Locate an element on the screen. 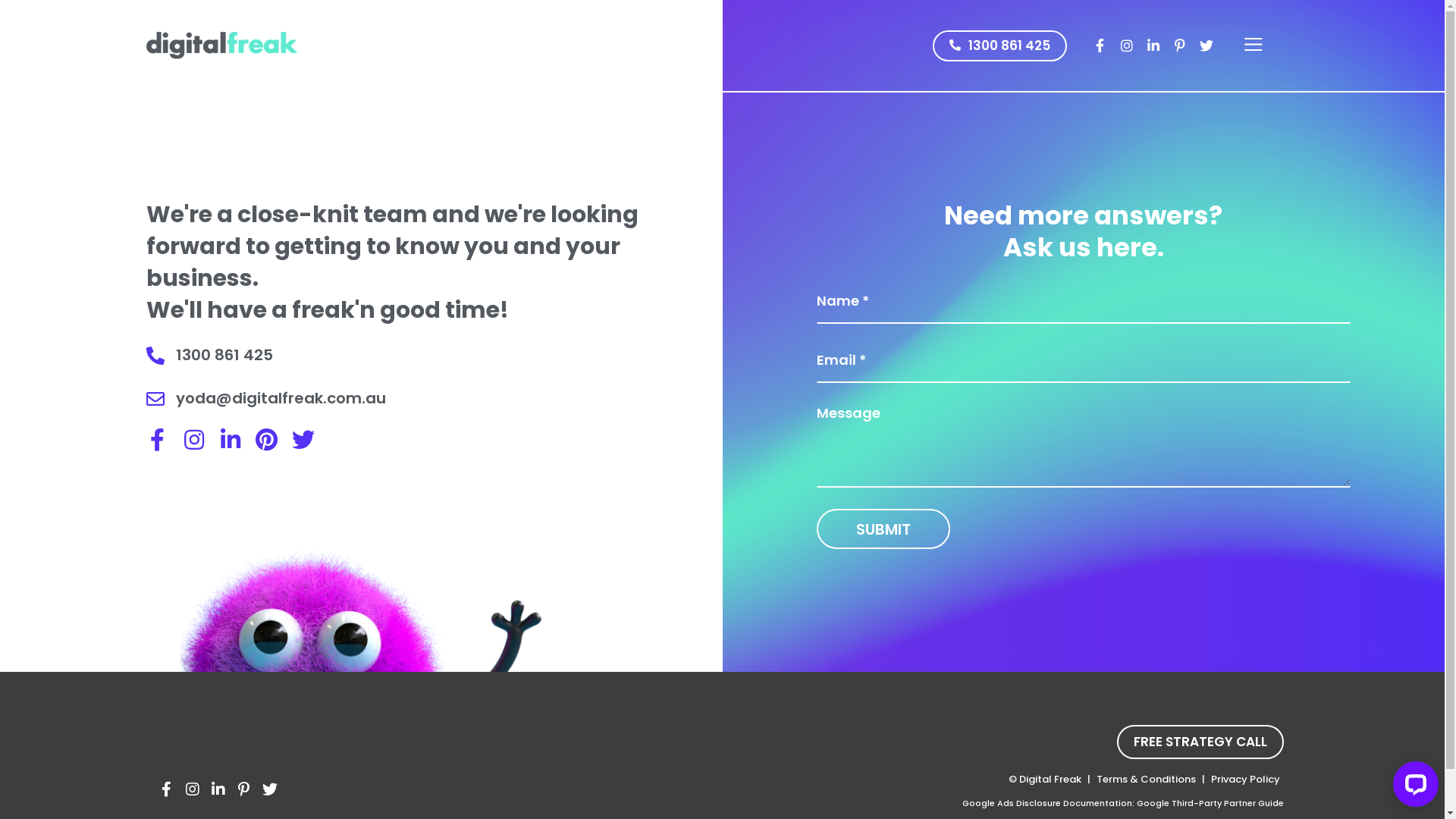 This screenshot has width=1456, height=819. 'FREE STRATEGY CALL' is located at coordinates (1199, 741).